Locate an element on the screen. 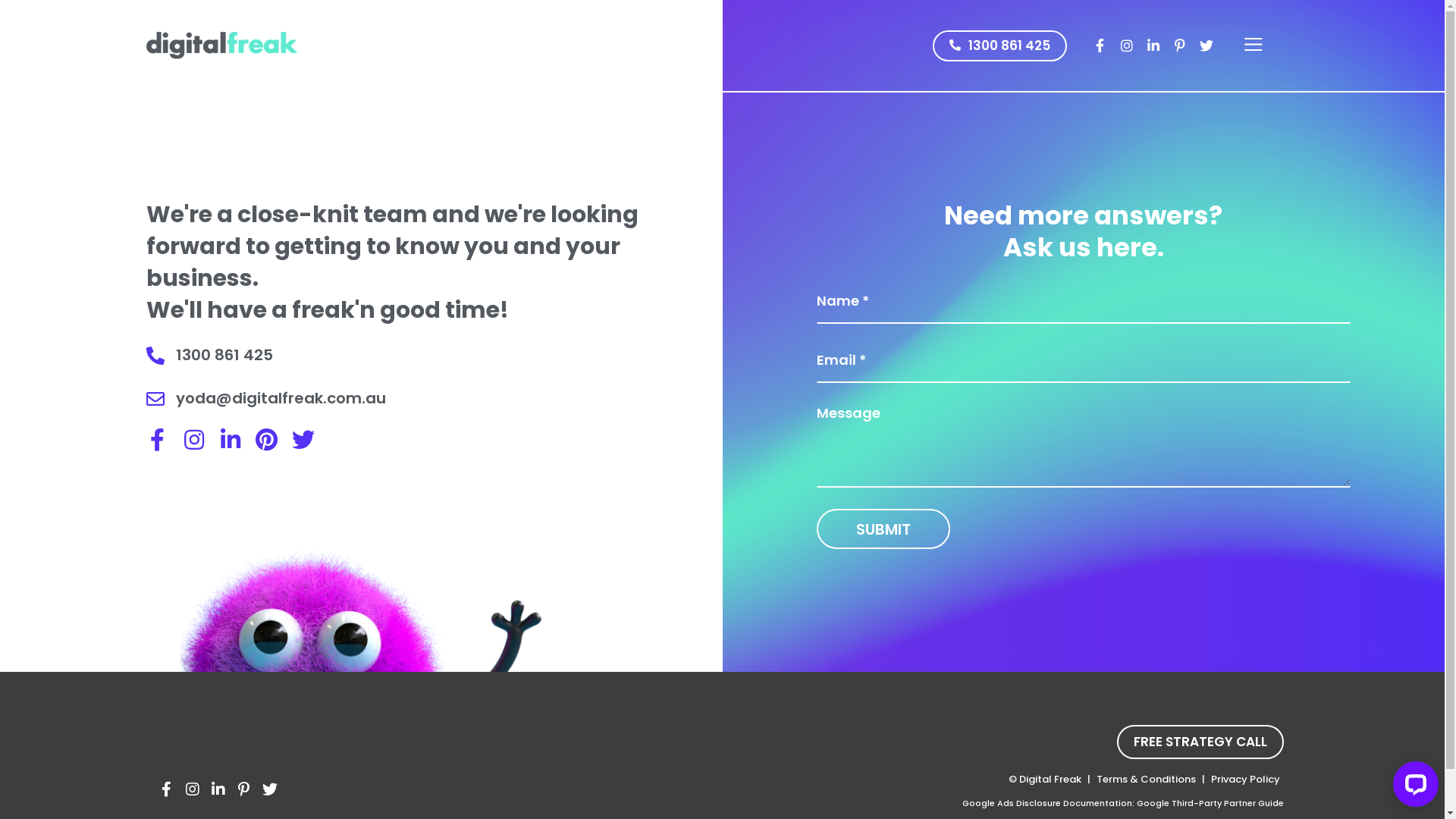 This screenshot has width=1456, height=819. 'FREE STRATEGY CALL' is located at coordinates (1199, 741).